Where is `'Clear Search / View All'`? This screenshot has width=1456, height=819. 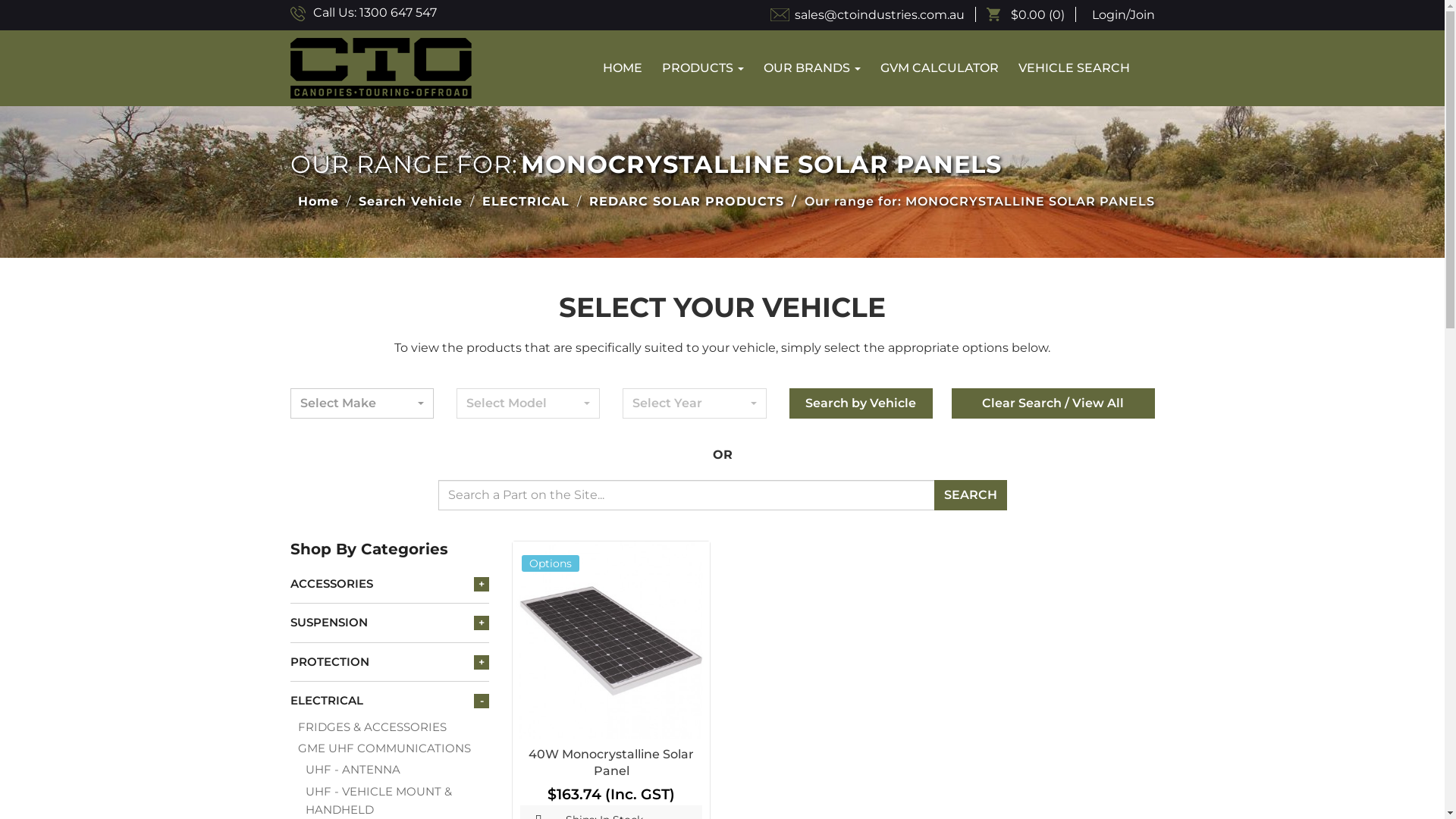 'Clear Search / View All' is located at coordinates (1052, 403).